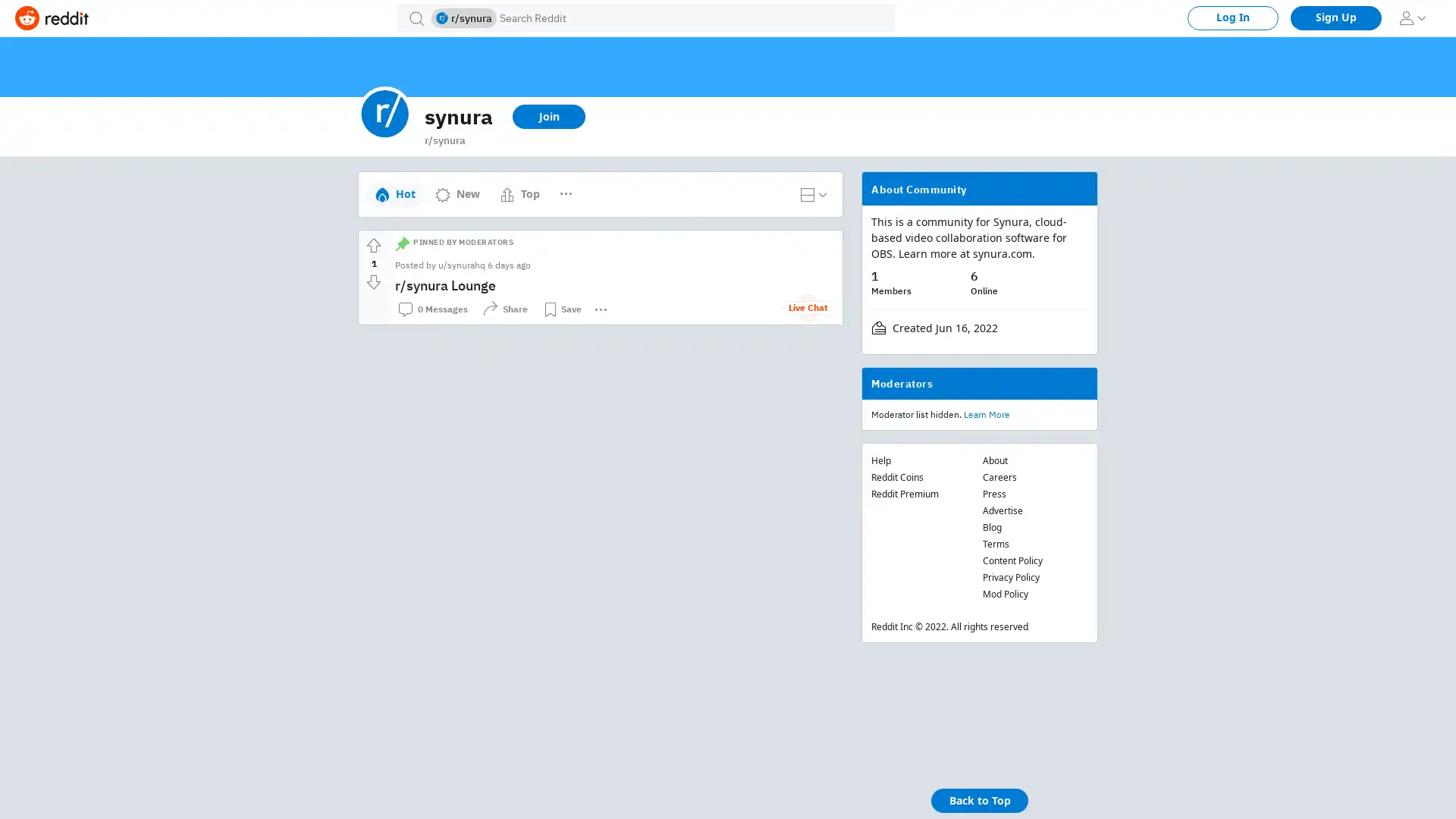 This screenshot has width=1456, height=819. I want to click on New, so click(457, 193).